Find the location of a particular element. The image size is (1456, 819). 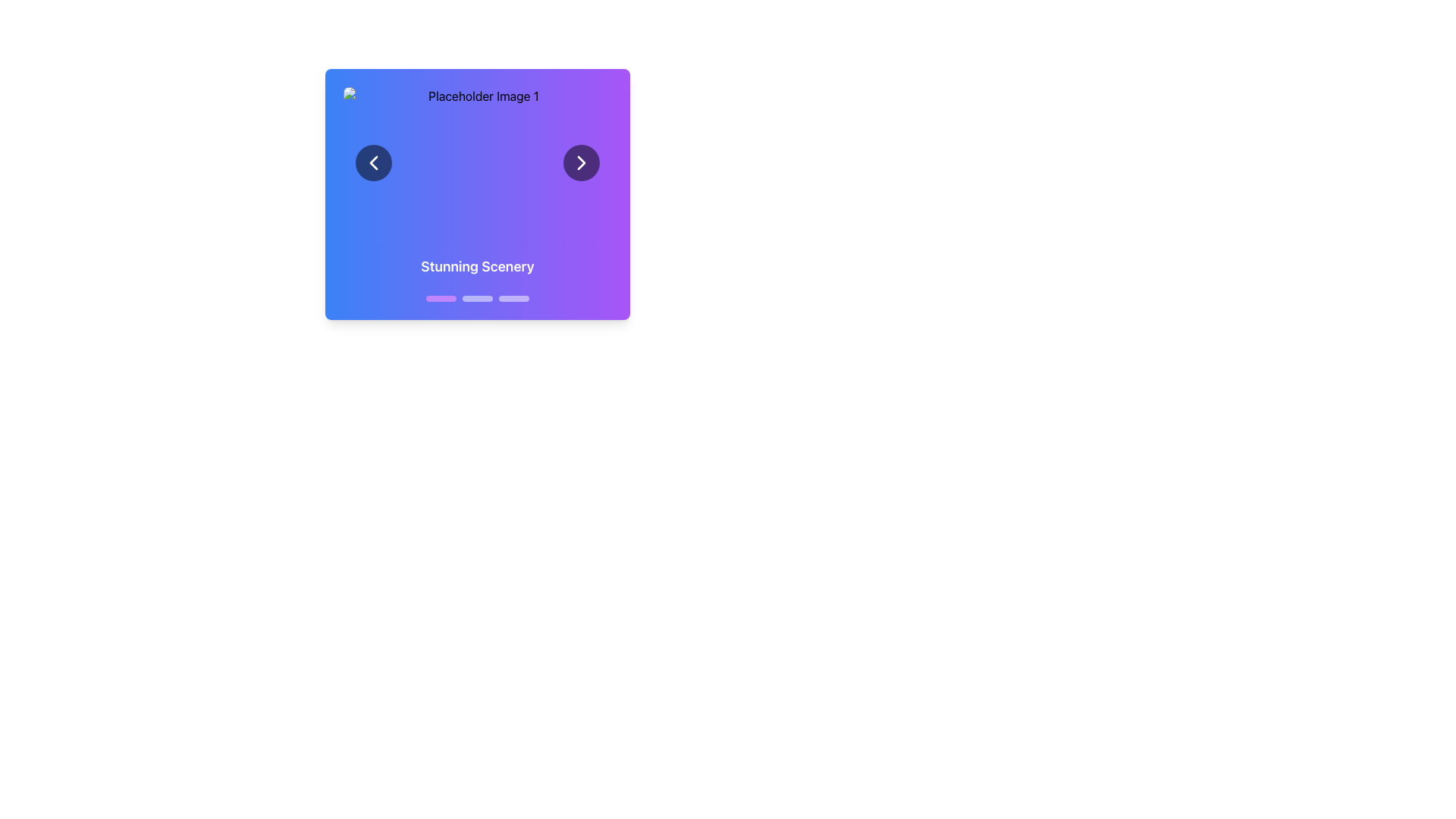

the third dot indicator button, which is a white, semi-transparent, rounded rectangular button is located at coordinates (513, 298).